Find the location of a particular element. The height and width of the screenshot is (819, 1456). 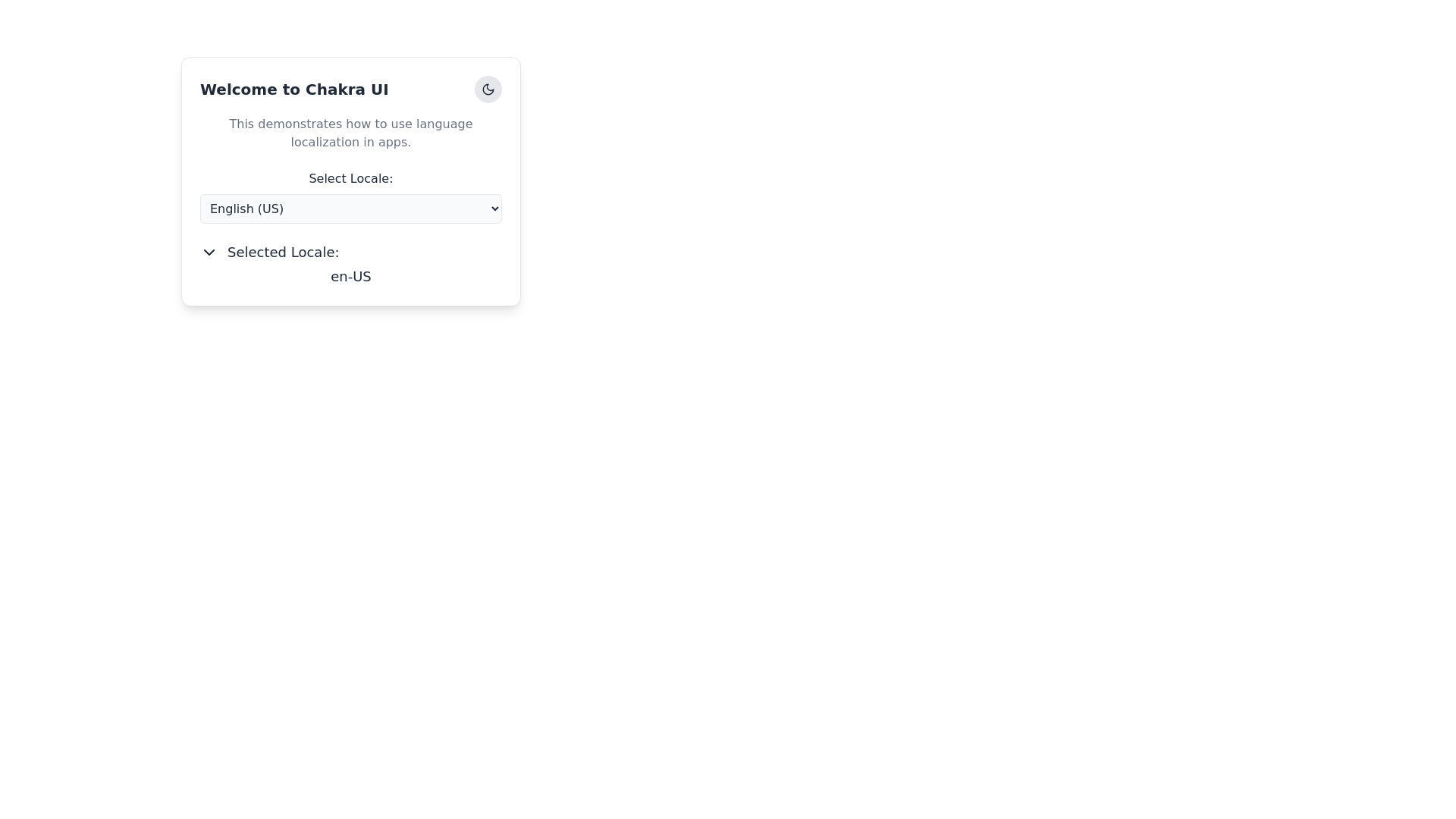

the dropdown menu labeled 'Select Locale:' is located at coordinates (350, 196).